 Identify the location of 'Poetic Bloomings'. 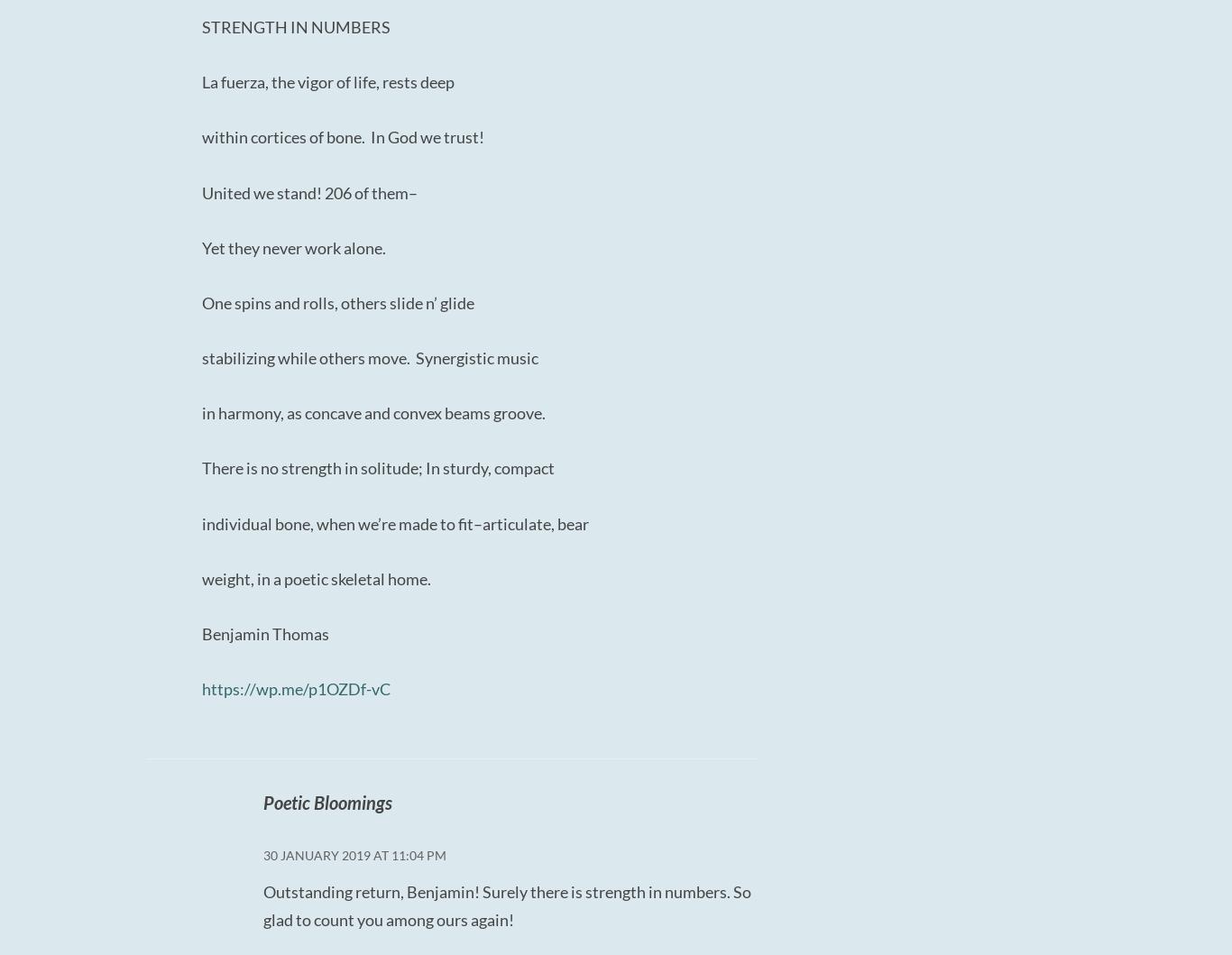
(326, 802).